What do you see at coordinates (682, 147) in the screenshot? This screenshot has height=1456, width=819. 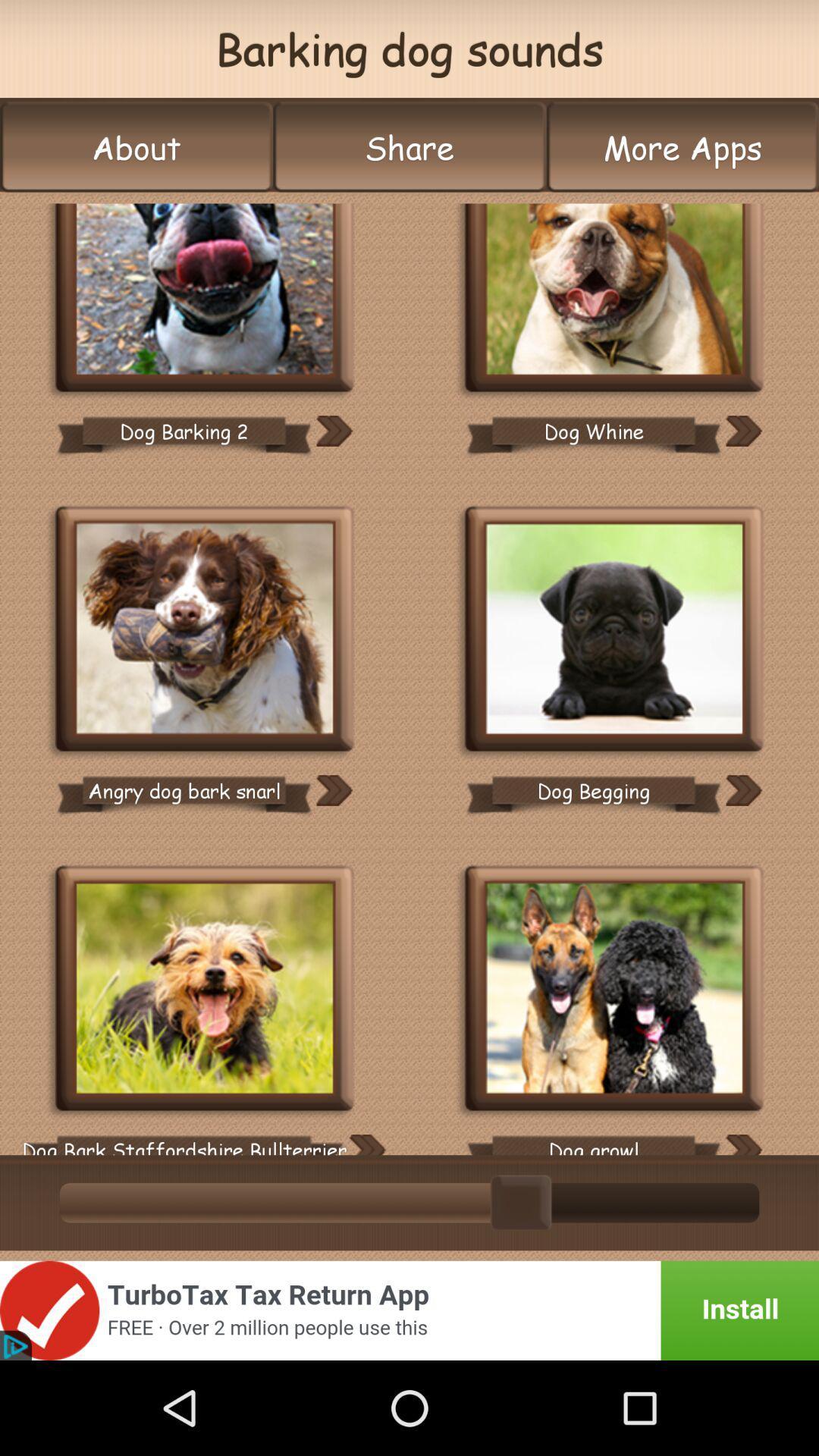 I see `app below the barking dog sounds item` at bounding box center [682, 147].